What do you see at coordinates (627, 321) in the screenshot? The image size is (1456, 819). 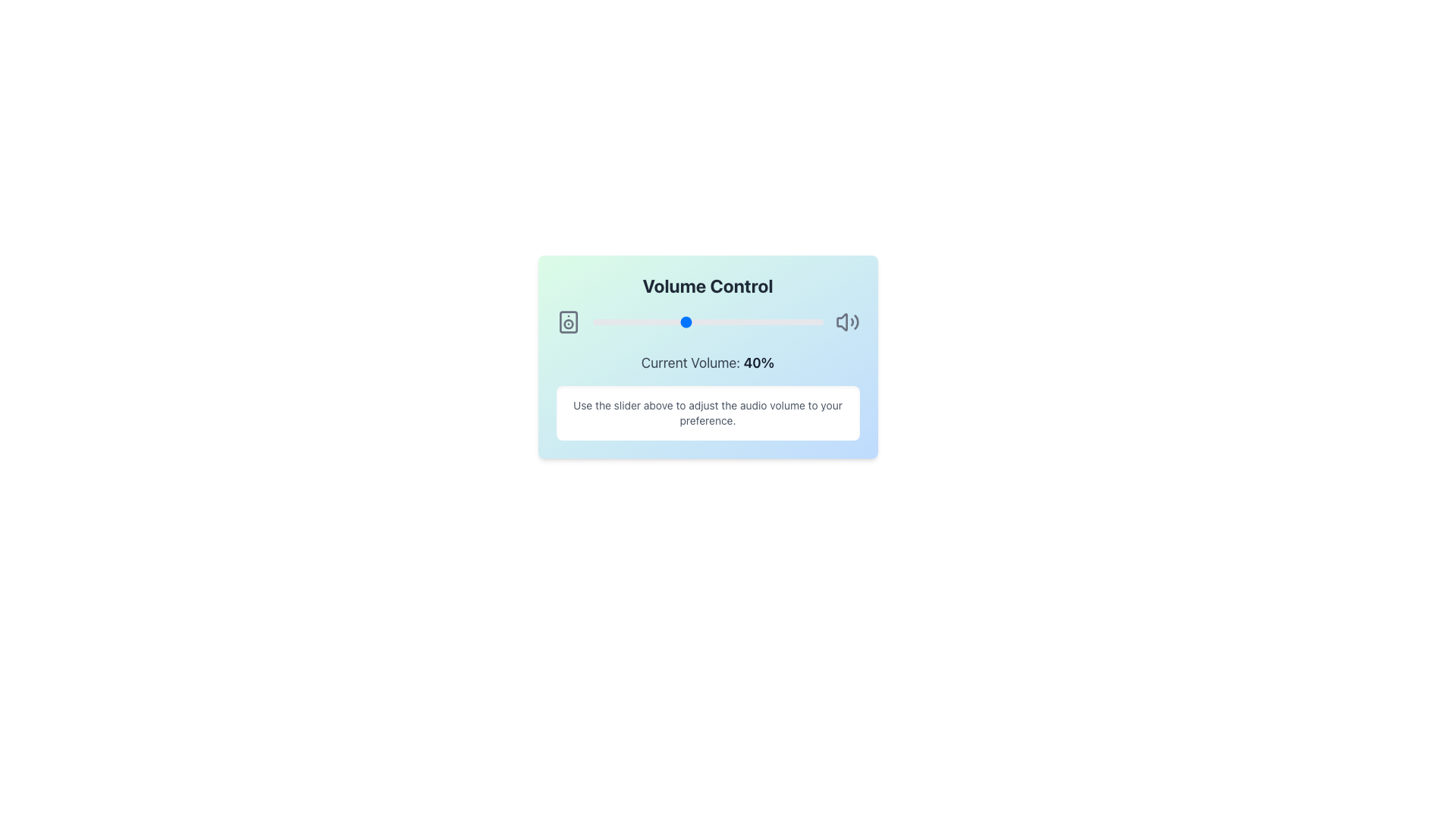 I see `the volume level` at bounding box center [627, 321].